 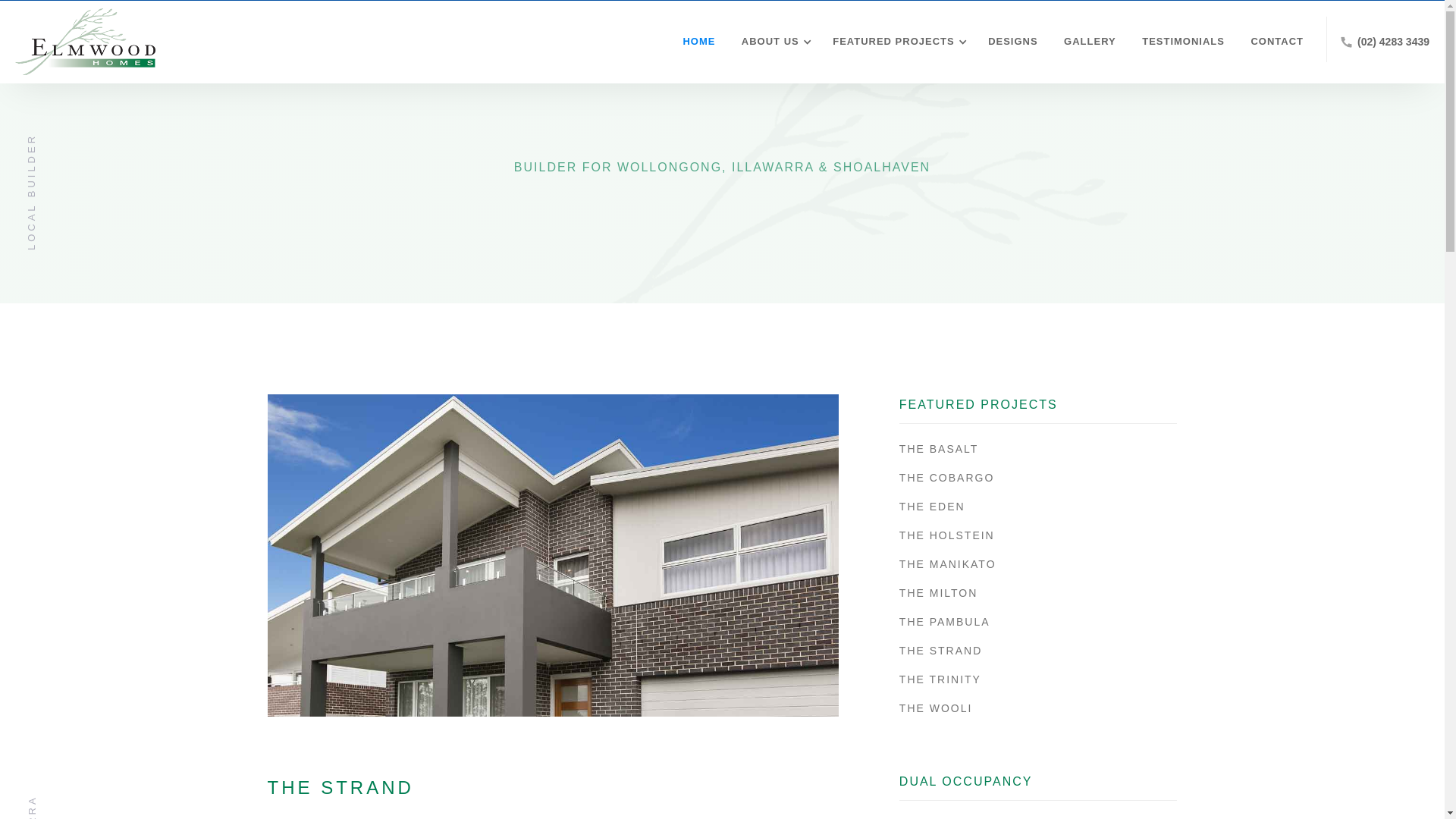 What do you see at coordinates (1273, 40) in the screenshot?
I see `'CONTACT'` at bounding box center [1273, 40].